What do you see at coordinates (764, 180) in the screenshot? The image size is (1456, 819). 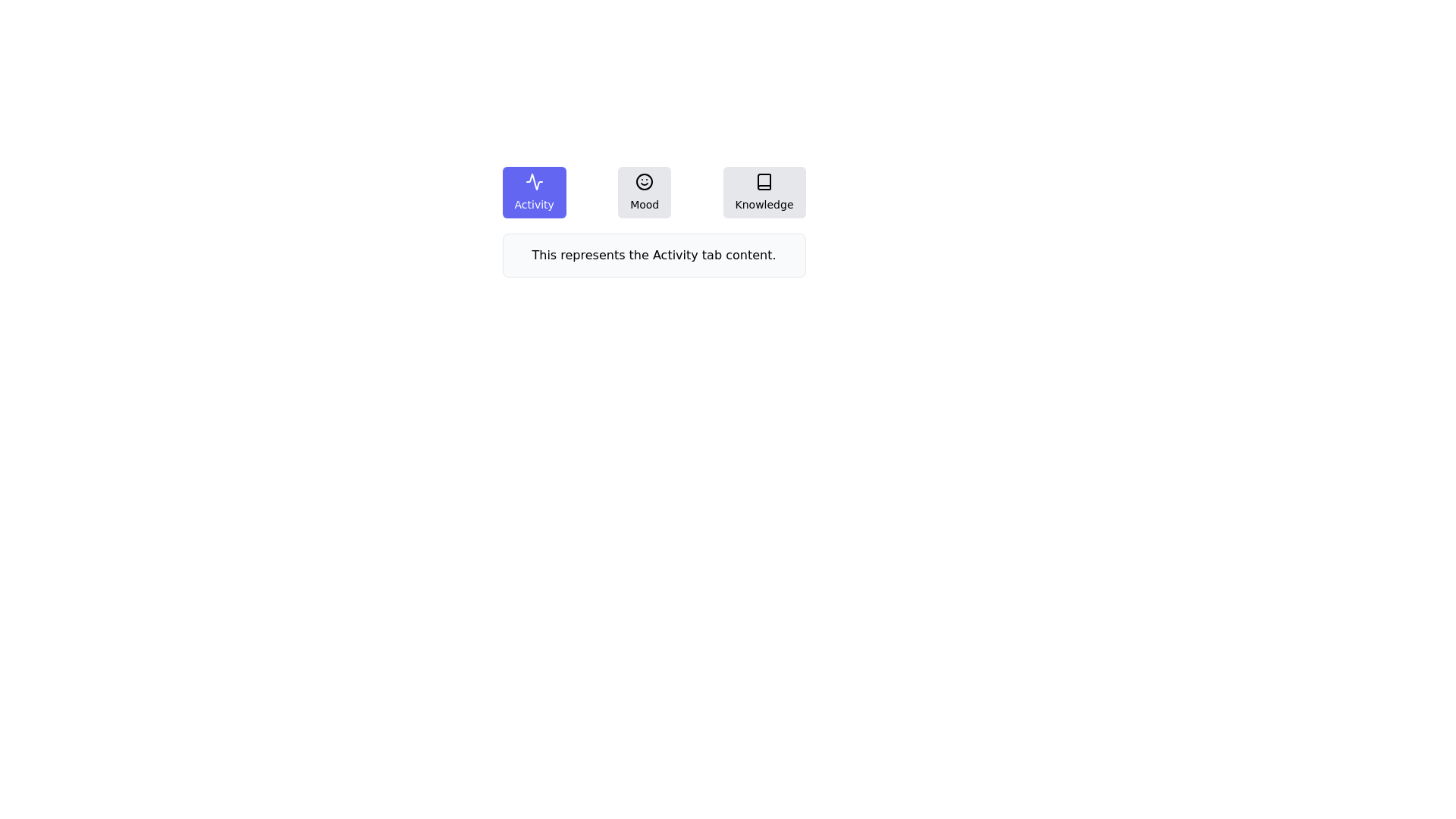 I see `the appearance of the 'Knowledge' tab icon, which is the third icon in a horizontal layout at the top of the interface, visually associated with content navigation` at bounding box center [764, 180].